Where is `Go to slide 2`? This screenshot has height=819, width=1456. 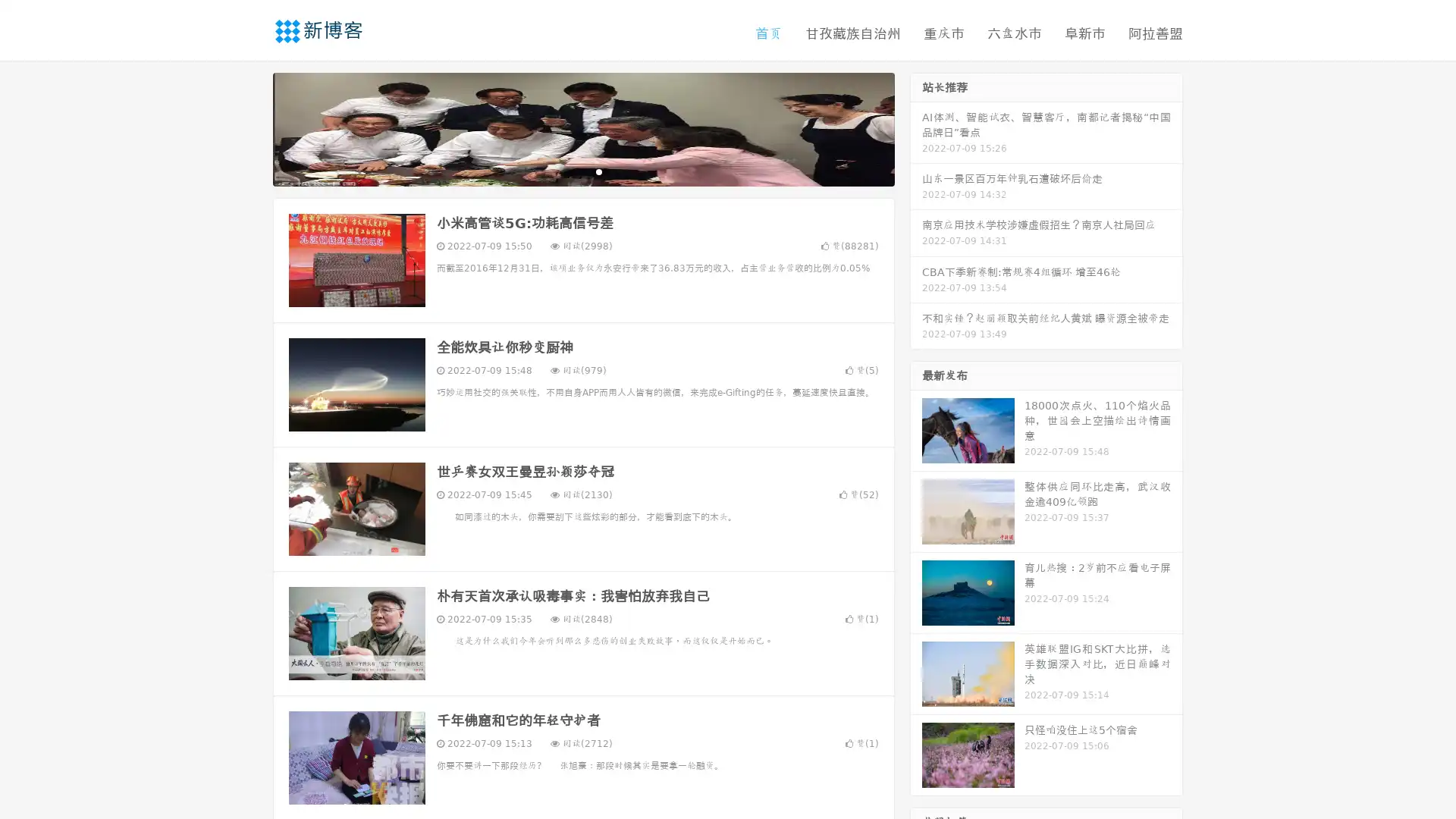 Go to slide 2 is located at coordinates (582, 171).